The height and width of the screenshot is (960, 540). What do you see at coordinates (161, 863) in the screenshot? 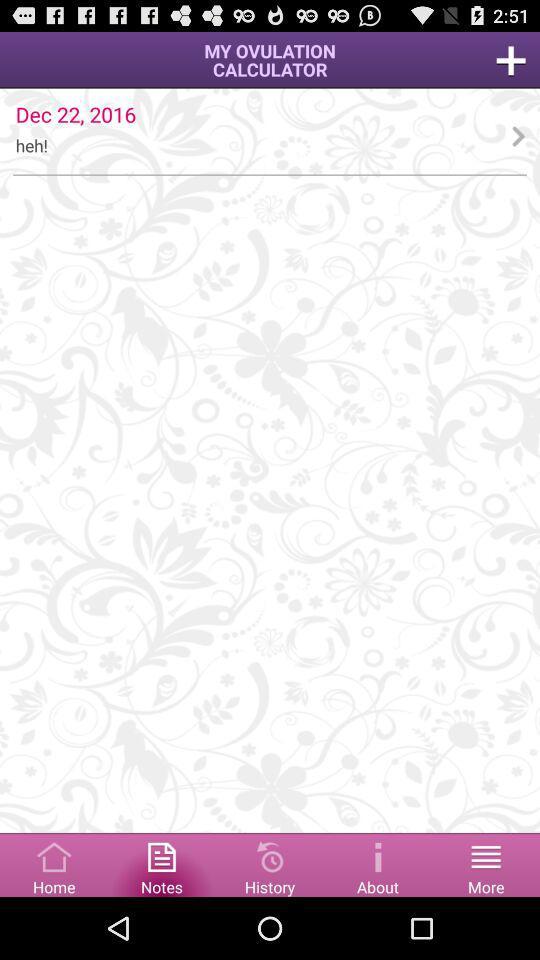
I see `notes` at bounding box center [161, 863].